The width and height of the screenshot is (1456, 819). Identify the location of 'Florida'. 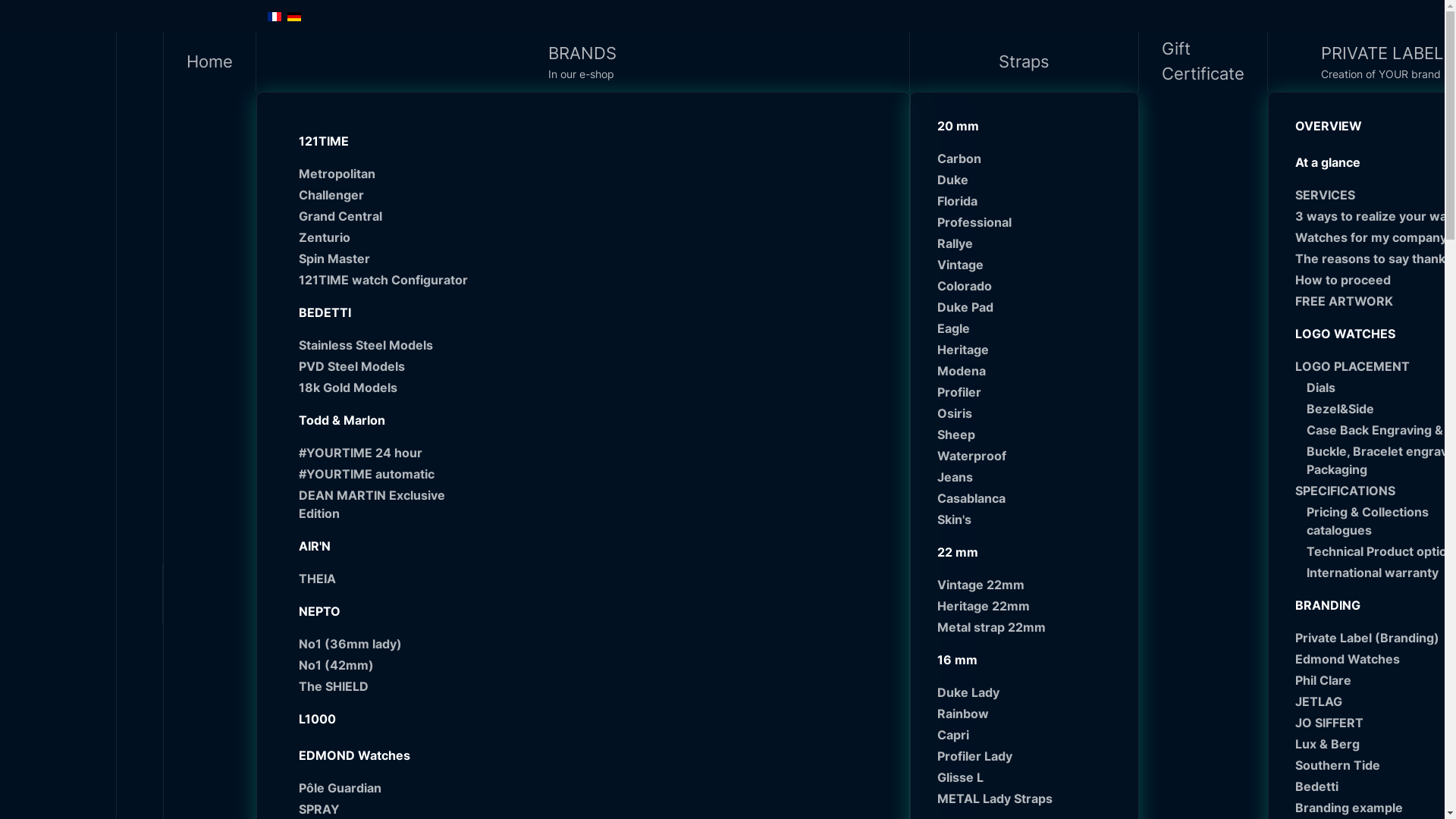
(937, 200).